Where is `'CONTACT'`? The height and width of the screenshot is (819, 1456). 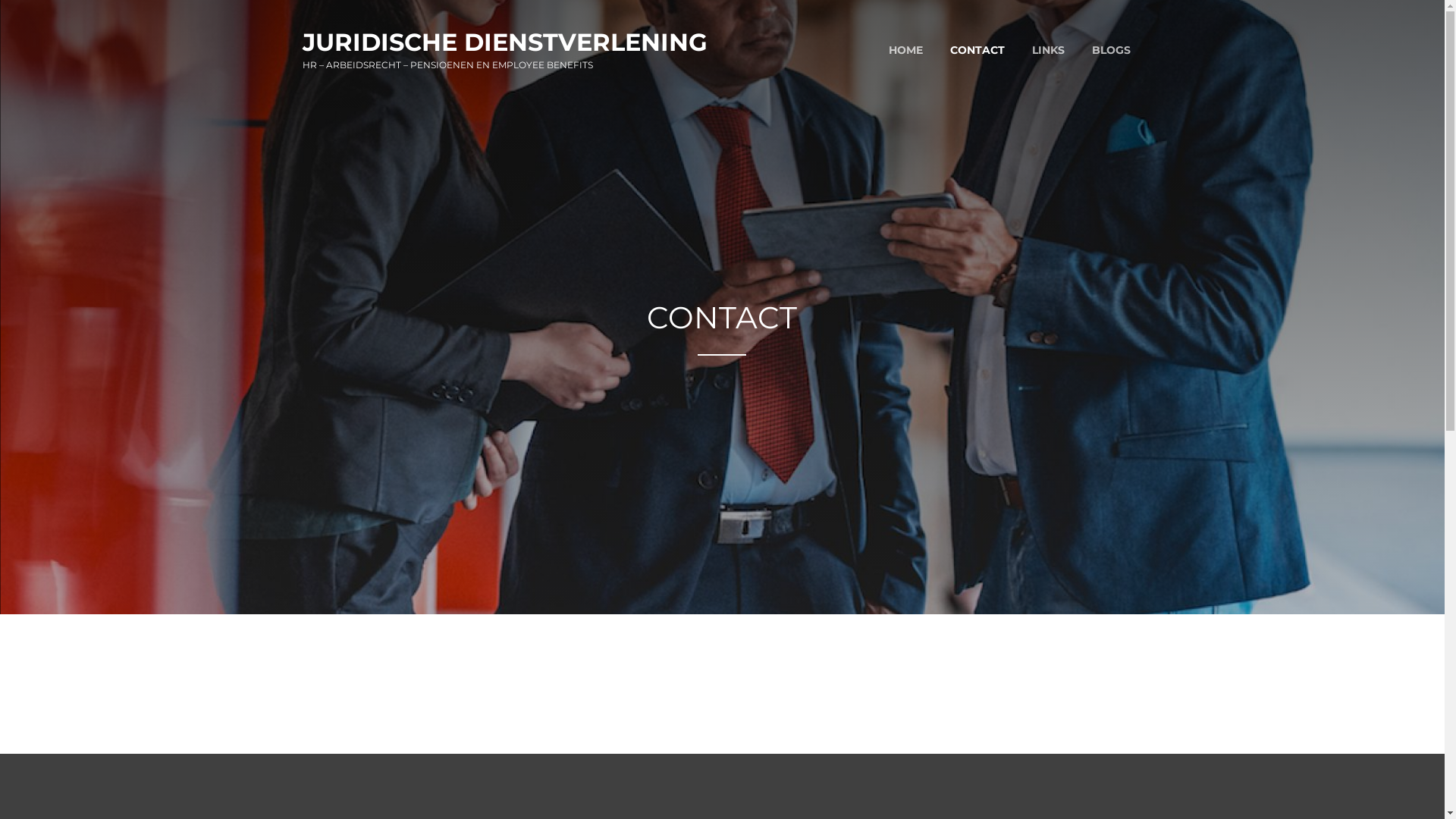
'CONTACT' is located at coordinates (937, 49).